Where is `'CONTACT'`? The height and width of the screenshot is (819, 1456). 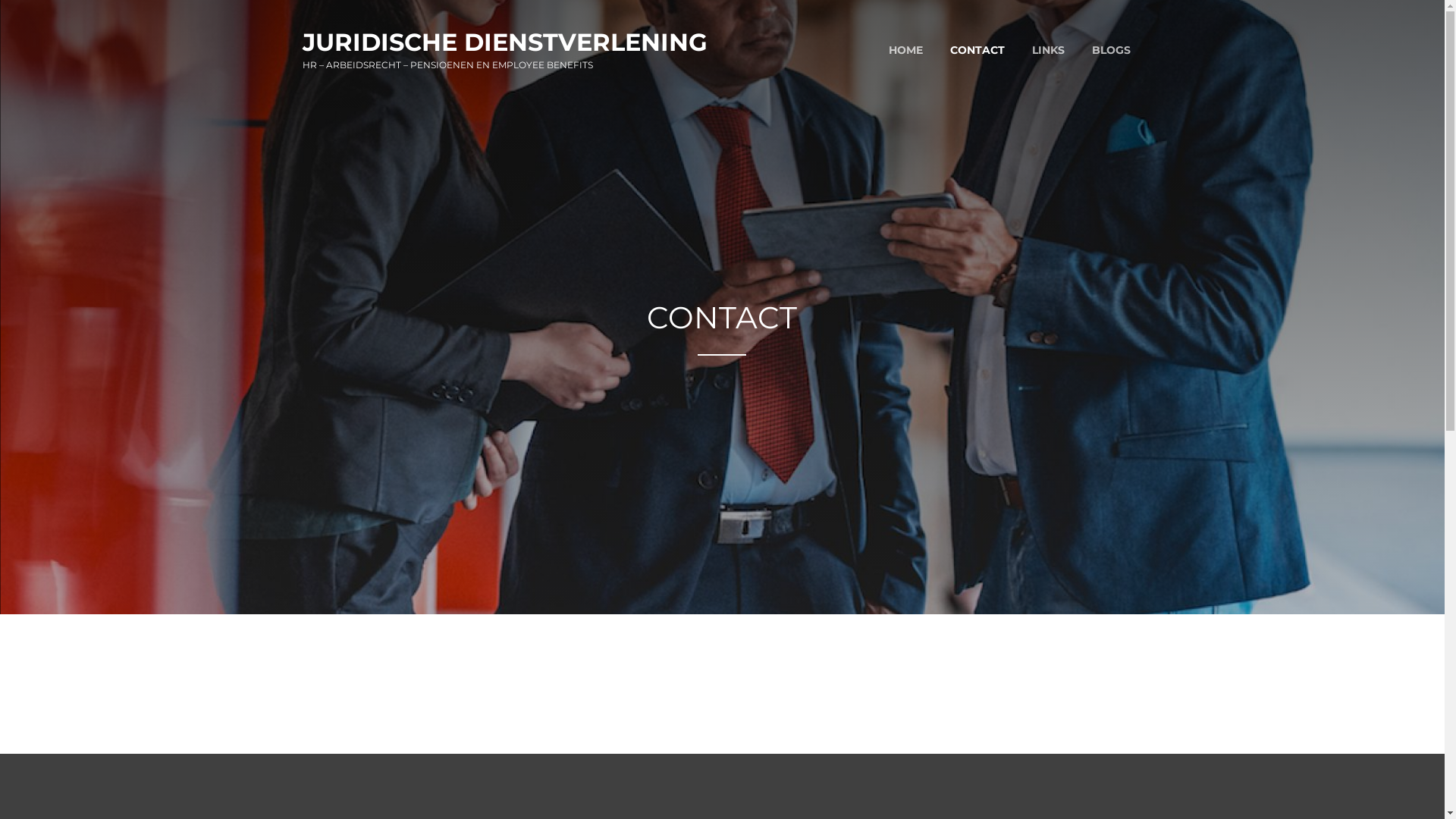
'CONTACT' is located at coordinates (937, 49).